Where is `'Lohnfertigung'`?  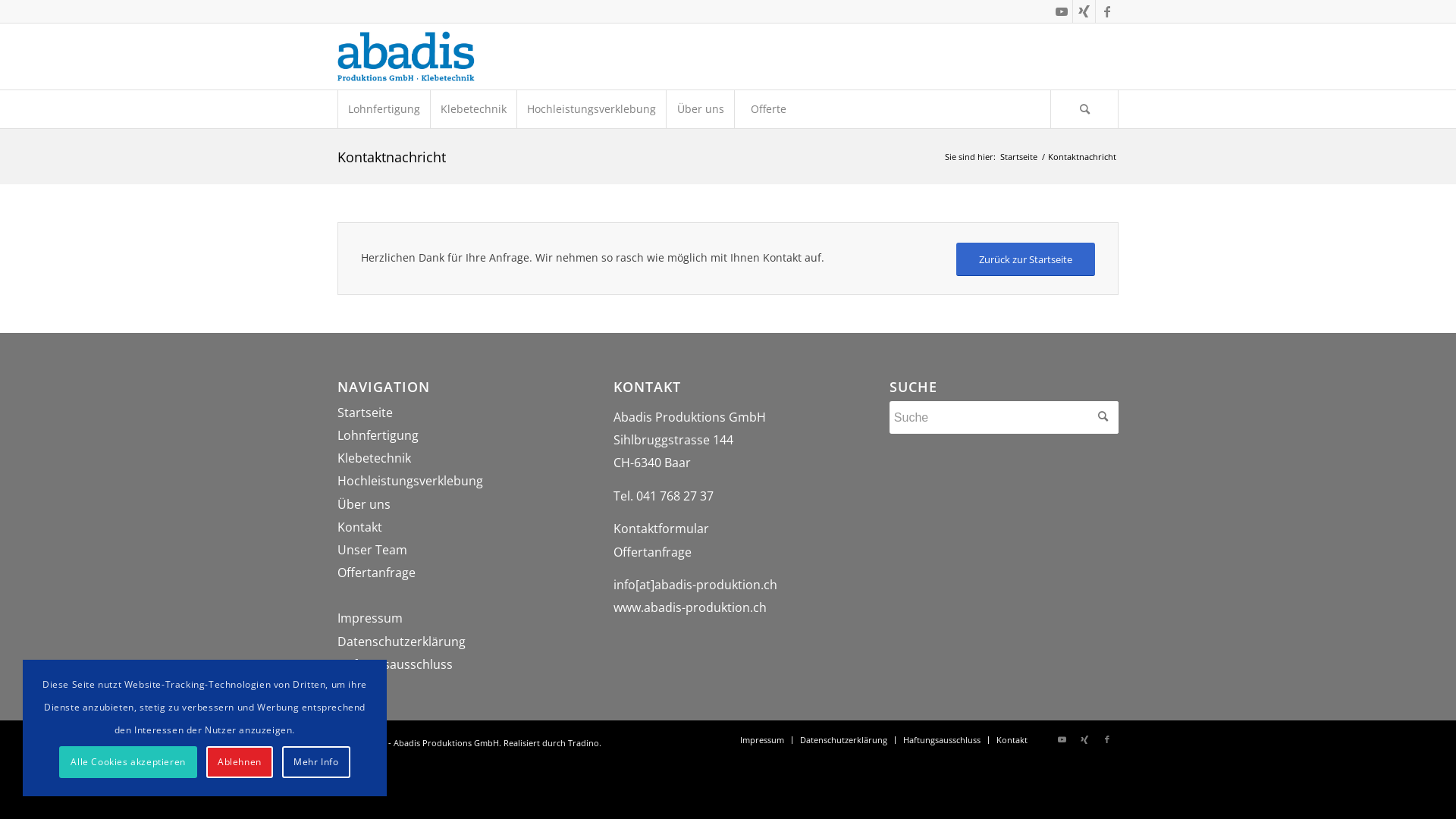 'Lohnfertigung' is located at coordinates (337, 435).